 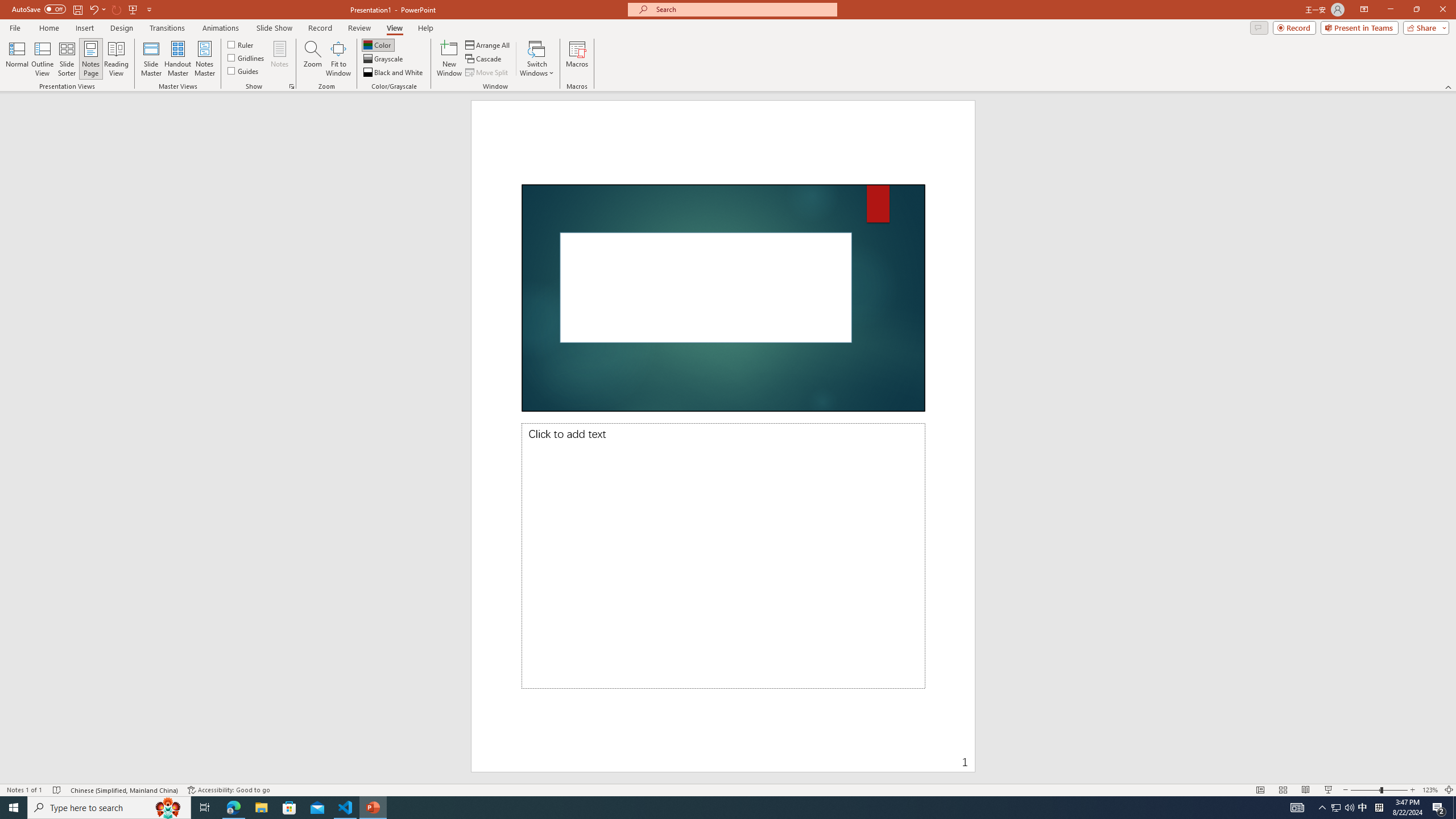 What do you see at coordinates (133, 9) in the screenshot?
I see `'From Beginning'` at bounding box center [133, 9].